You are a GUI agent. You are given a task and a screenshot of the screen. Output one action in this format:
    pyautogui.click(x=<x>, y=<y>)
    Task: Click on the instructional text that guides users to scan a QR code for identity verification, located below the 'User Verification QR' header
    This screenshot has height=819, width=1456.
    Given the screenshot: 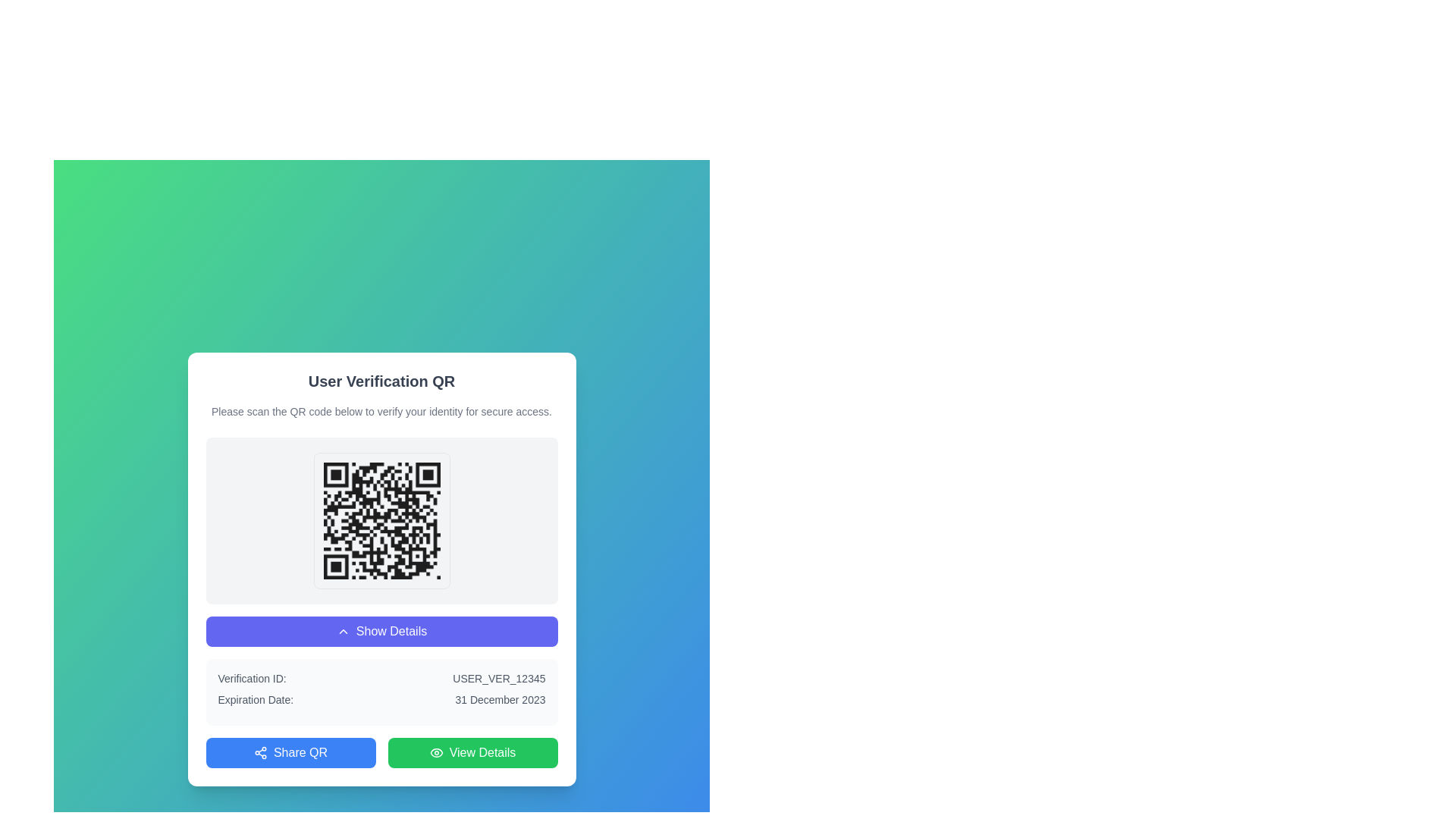 What is the action you would take?
    pyautogui.click(x=381, y=412)
    